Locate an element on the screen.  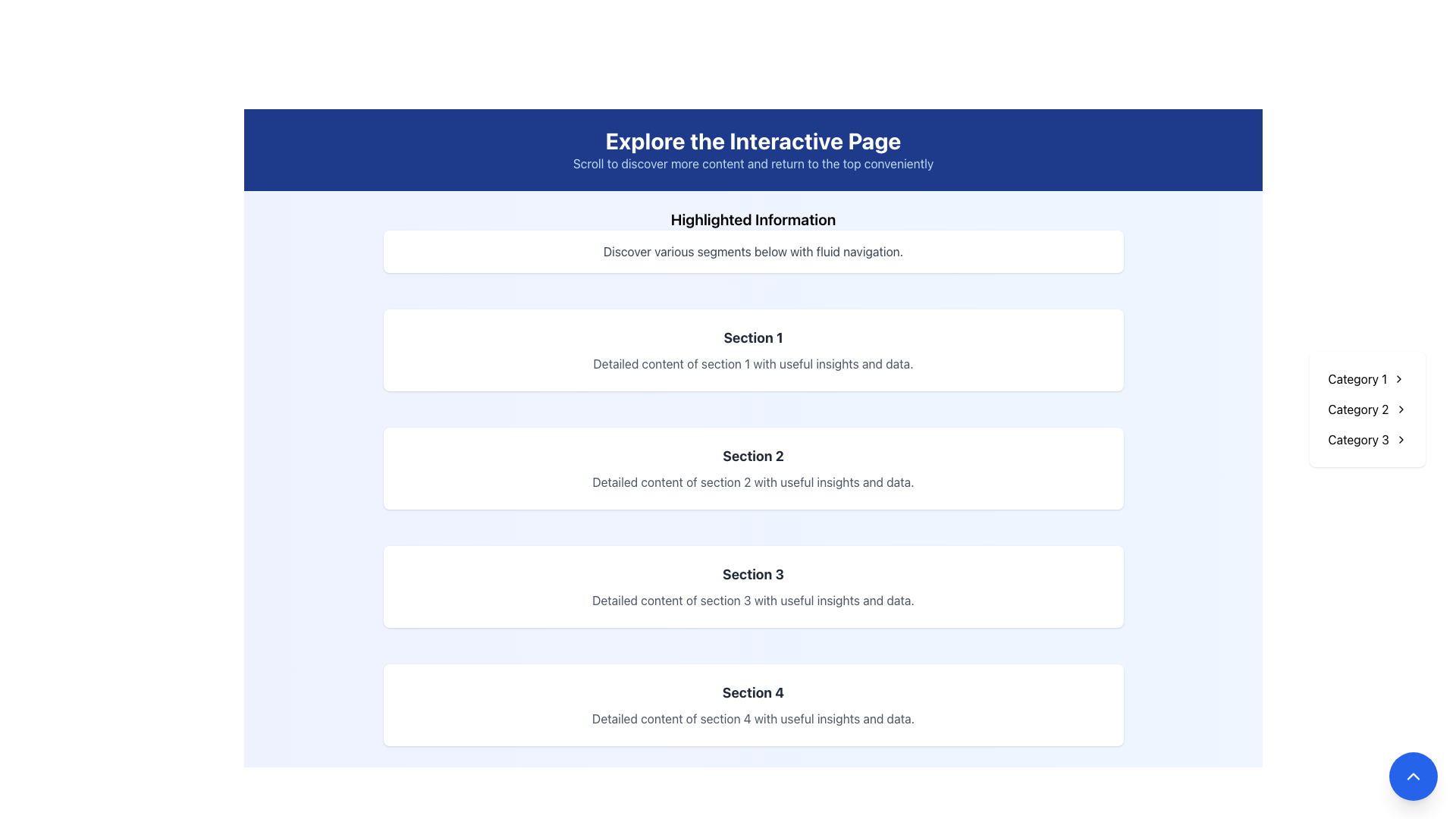
heading or title text that serves as an identifying label for the content below, positioned centrally in the second section of a vertically stacked layout is located at coordinates (753, 455).